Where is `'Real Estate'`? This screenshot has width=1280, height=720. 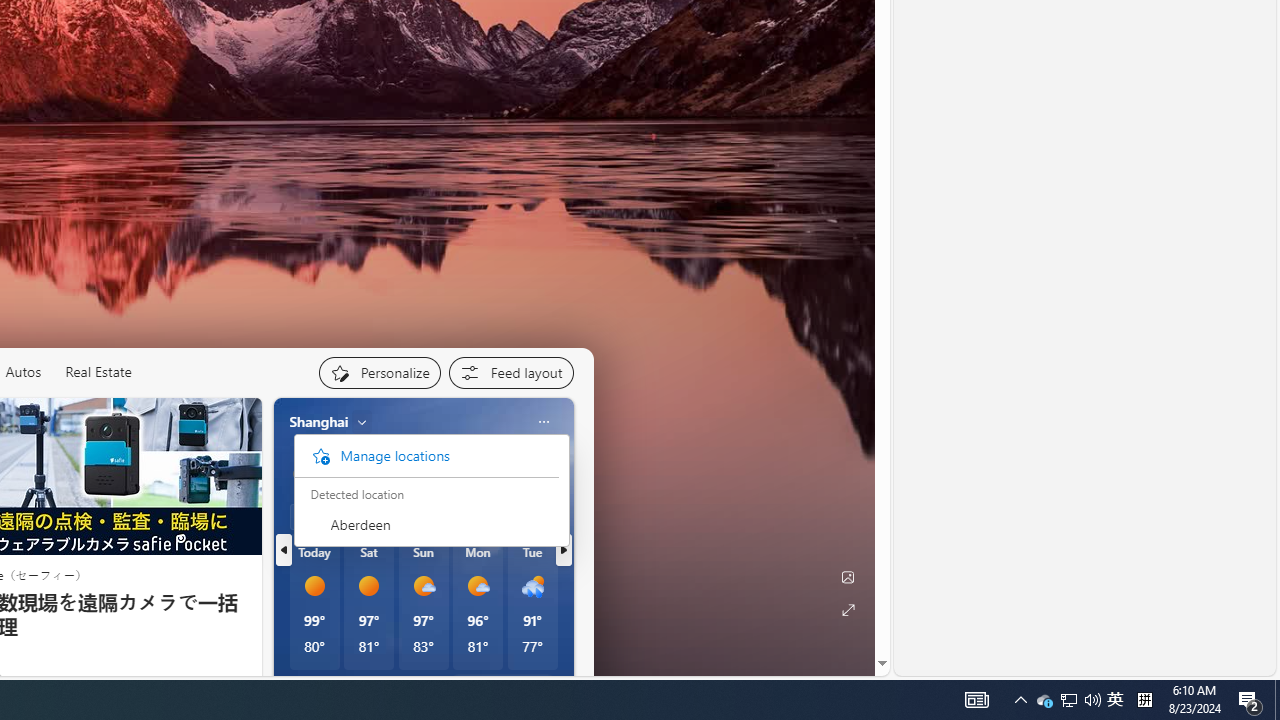 'Real Estate' is located at coordinates (96, 372).